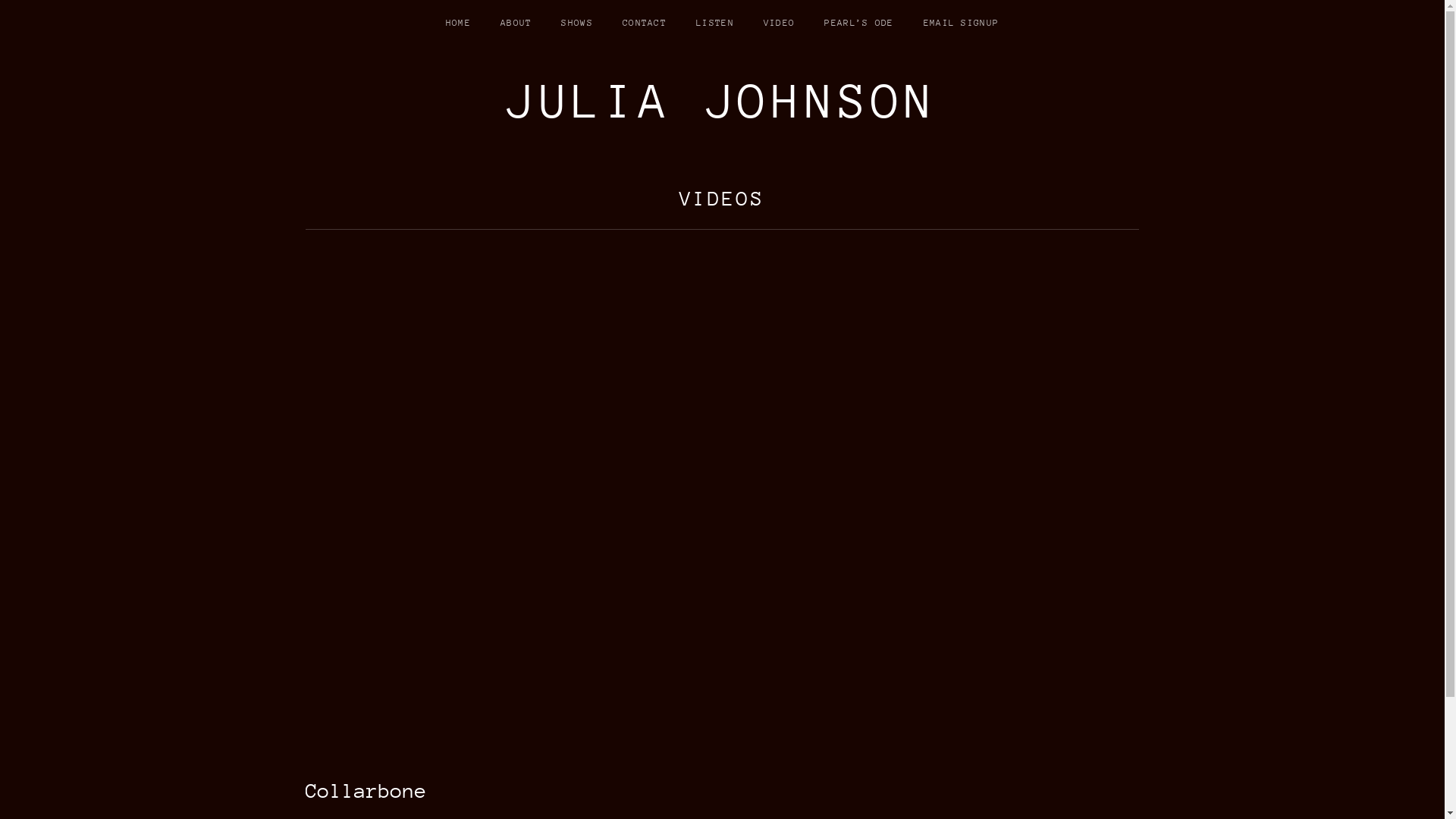  I want to click on 'VIDEOS', so click(721, 198).